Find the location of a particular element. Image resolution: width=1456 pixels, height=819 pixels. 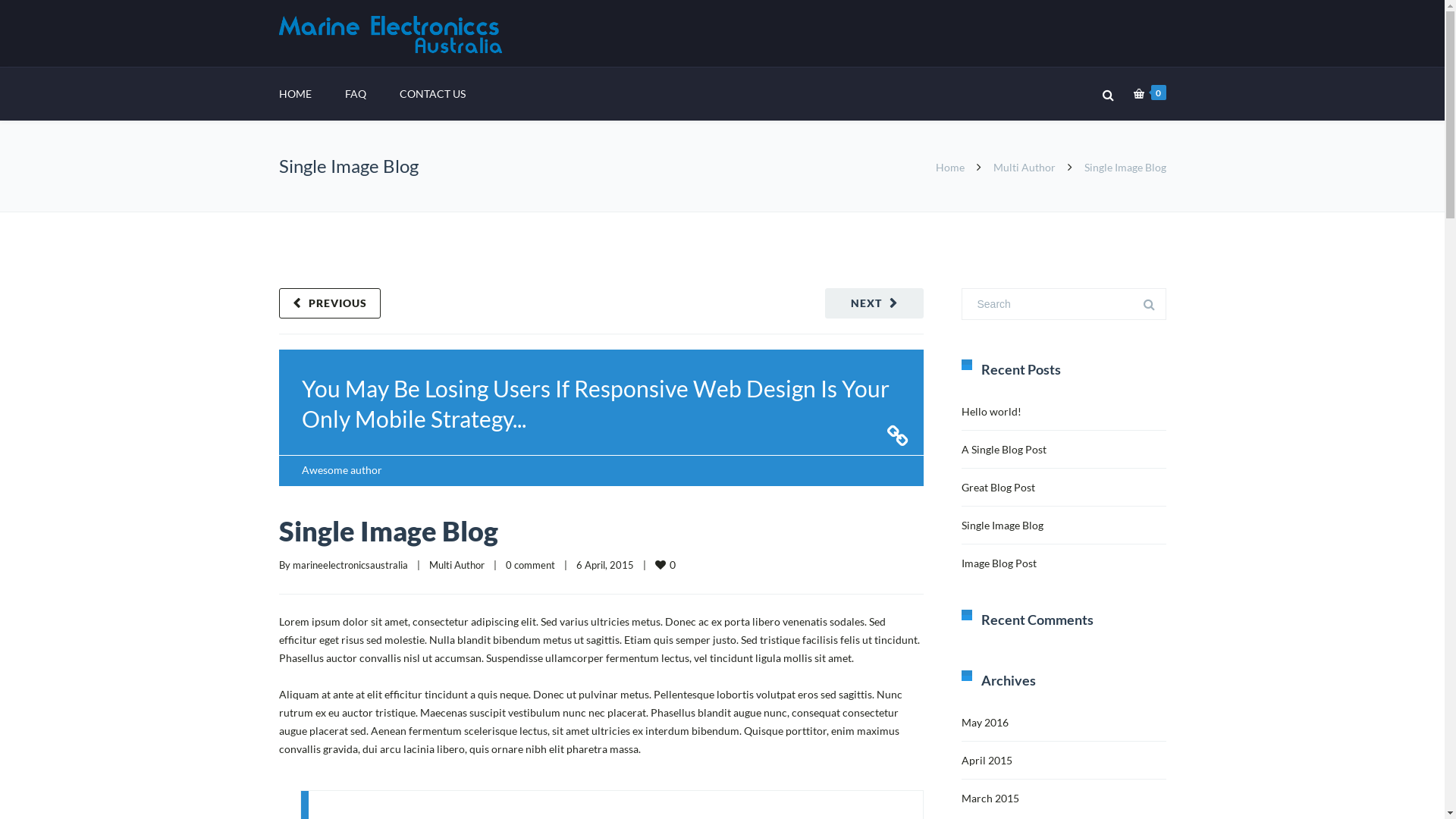

'HOME' is located at coordinates (279, 93).